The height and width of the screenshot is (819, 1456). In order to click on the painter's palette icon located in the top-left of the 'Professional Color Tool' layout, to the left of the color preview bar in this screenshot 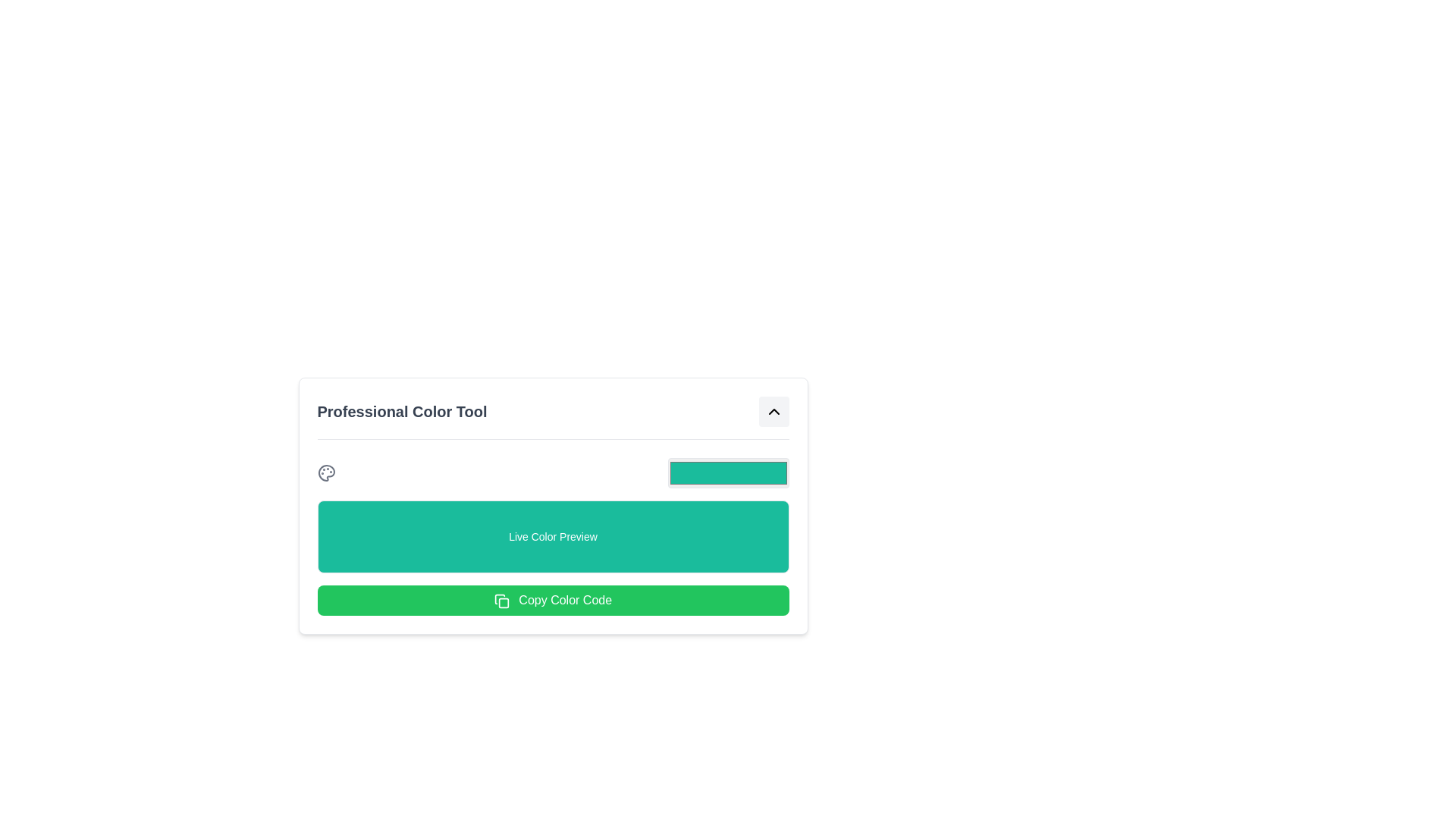, I will do `click(325, 472)`.